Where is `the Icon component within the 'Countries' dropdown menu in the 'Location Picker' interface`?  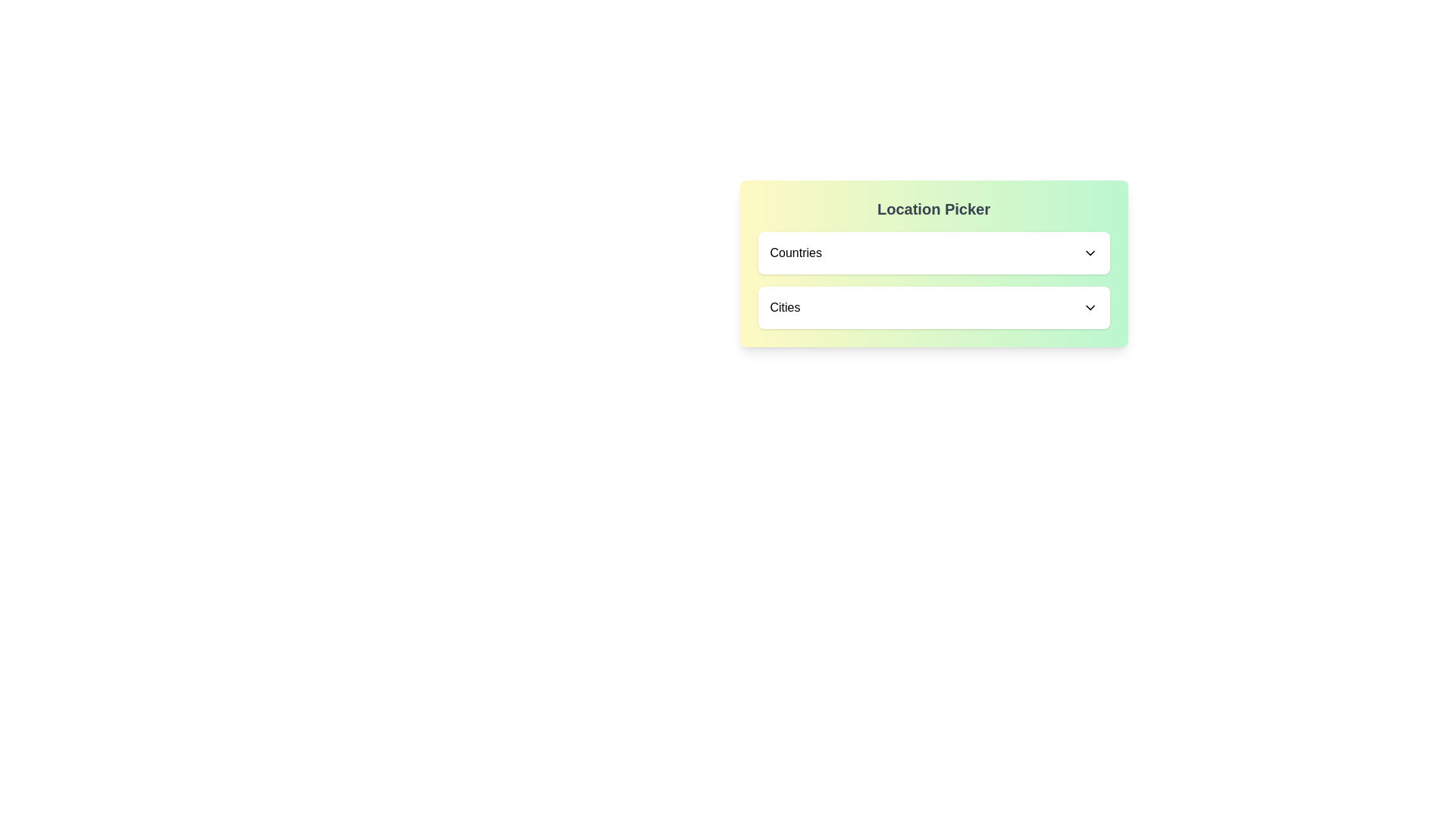
the Icon component within the 'Countries' dropdown menu in the 'Location Picker' interface is located at coordinates (1089, 253).